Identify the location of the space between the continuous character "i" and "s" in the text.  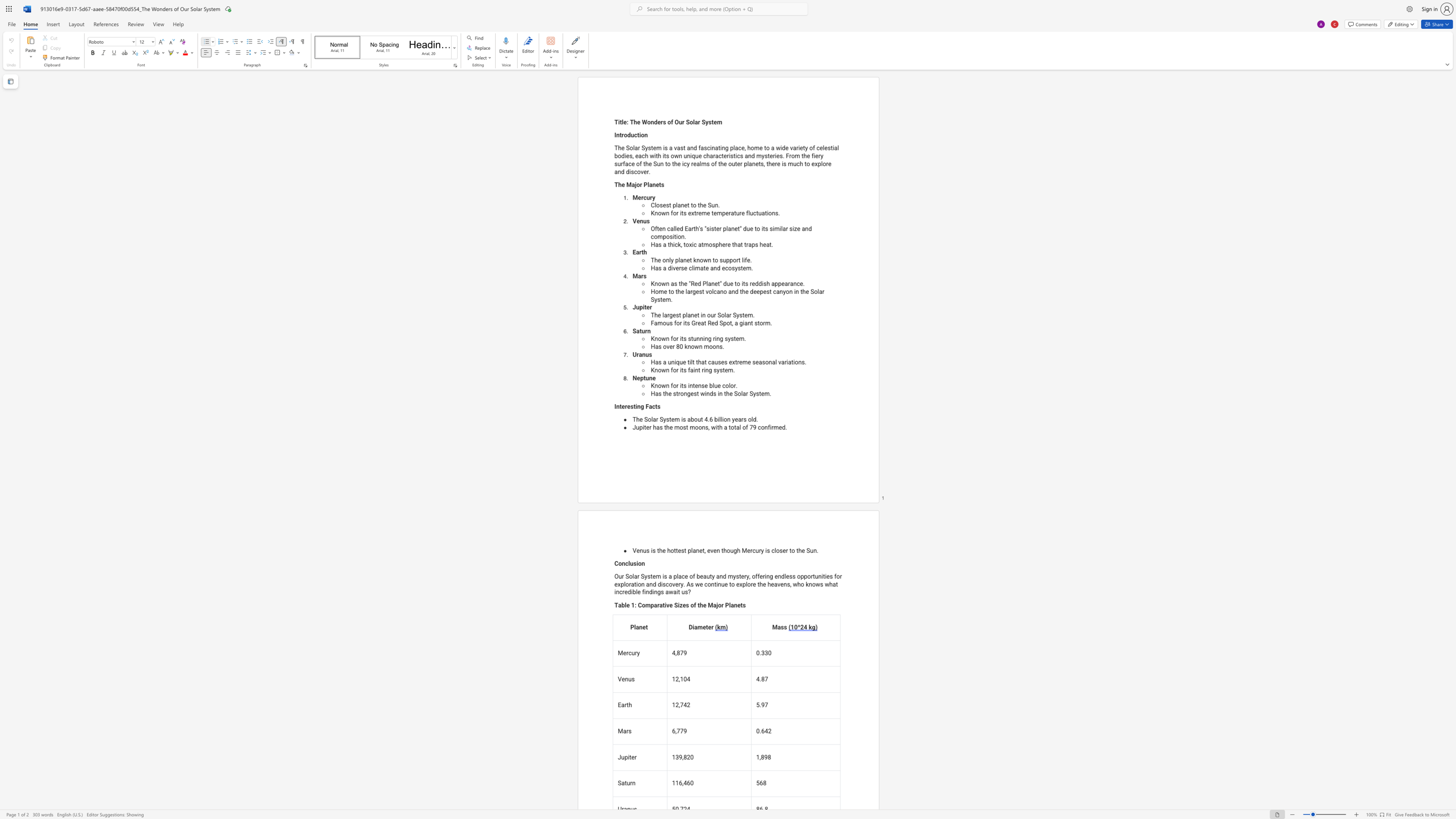
(763, 283).